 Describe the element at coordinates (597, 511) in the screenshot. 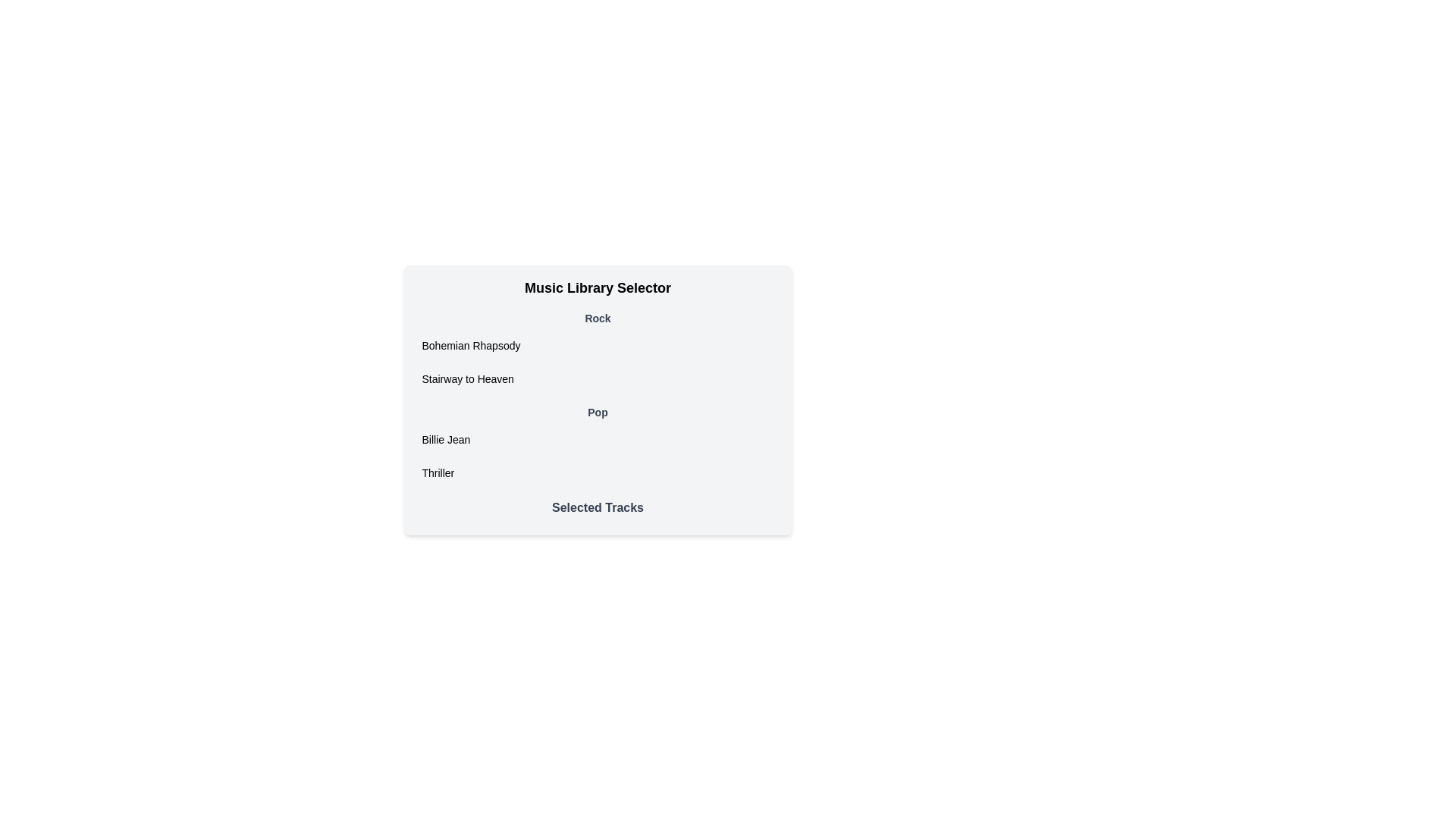

I see `the 'Selected Tracks' label, which is styled in bold dark gray text and located at the bottom of the music track selector card` at that location.